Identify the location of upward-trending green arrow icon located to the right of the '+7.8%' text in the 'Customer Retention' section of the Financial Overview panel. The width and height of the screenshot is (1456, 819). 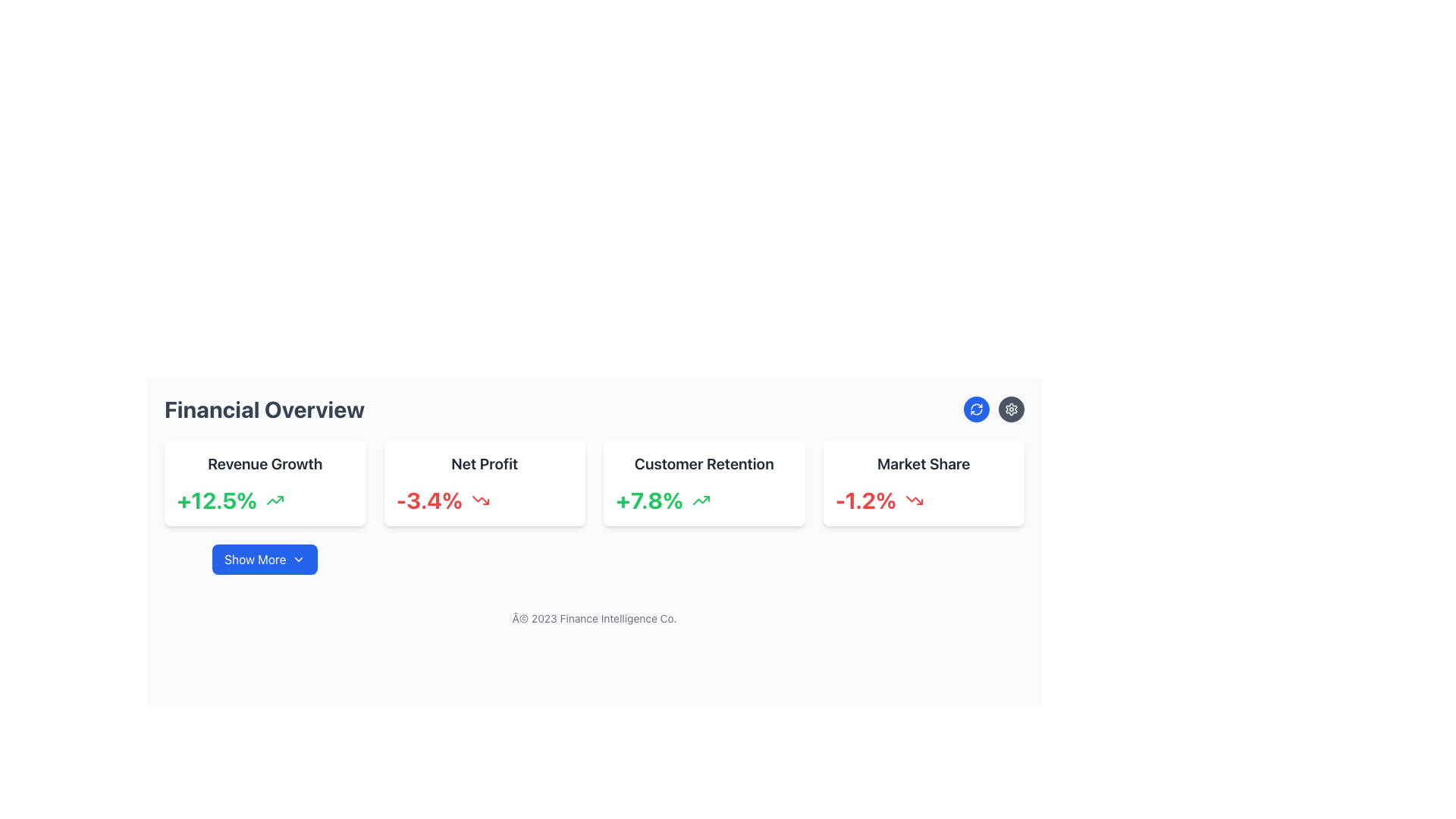
(701, 500).